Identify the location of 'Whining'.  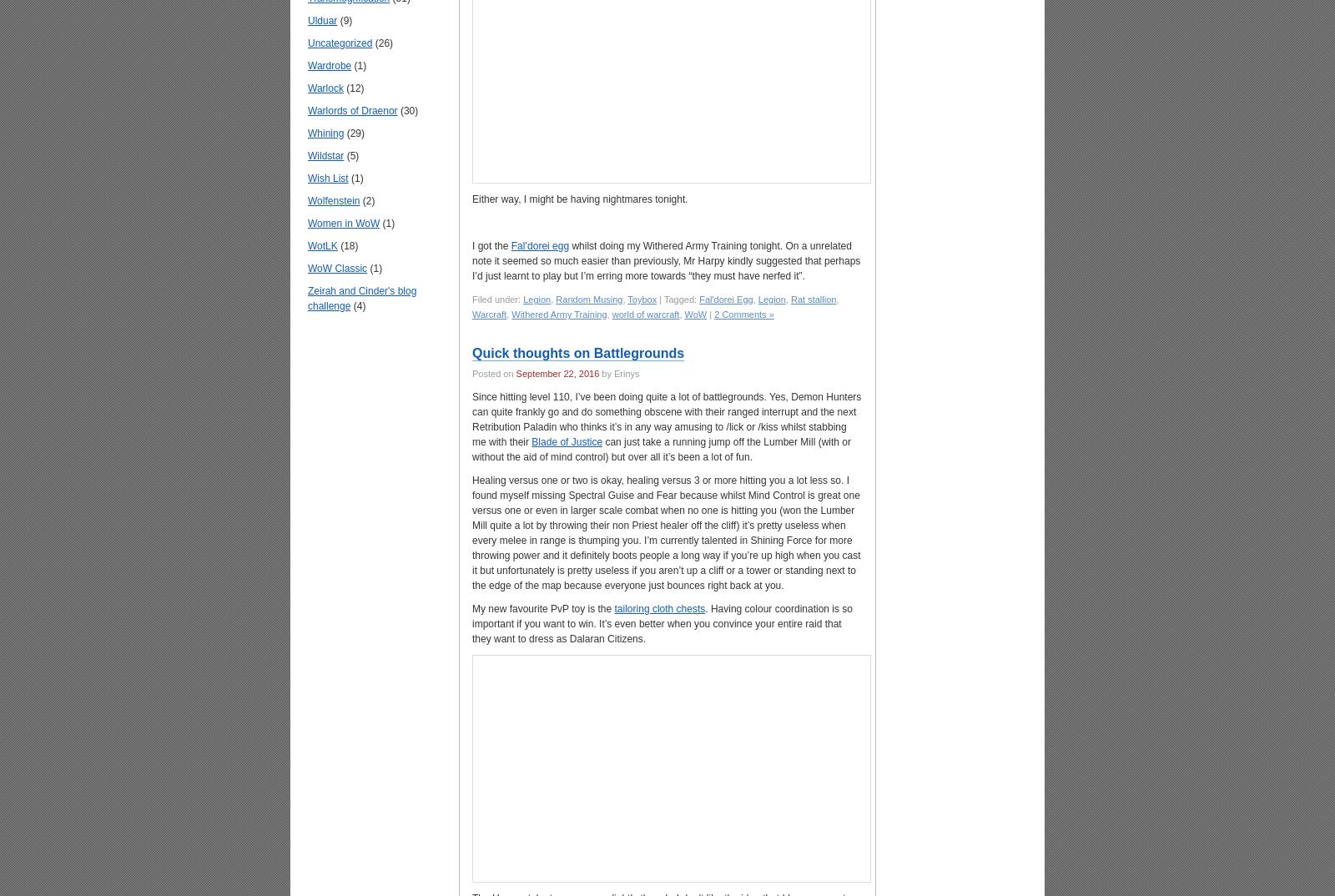
(325, 131).